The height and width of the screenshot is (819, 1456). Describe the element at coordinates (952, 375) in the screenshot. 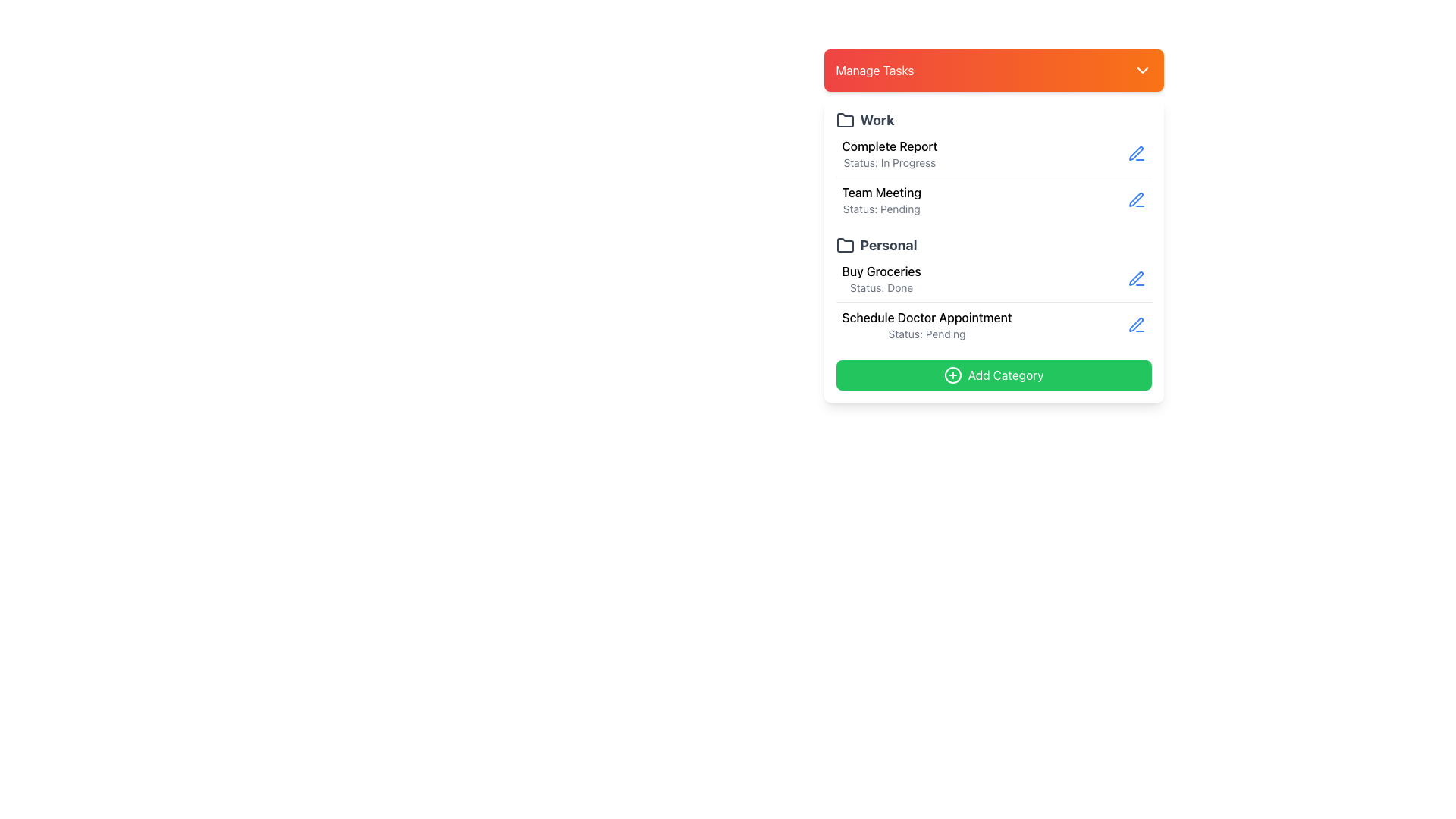

I see `the circular icon with a plus sign in the center, which has a green background and is positioned to the left of the 'Add Category' button` at that location.